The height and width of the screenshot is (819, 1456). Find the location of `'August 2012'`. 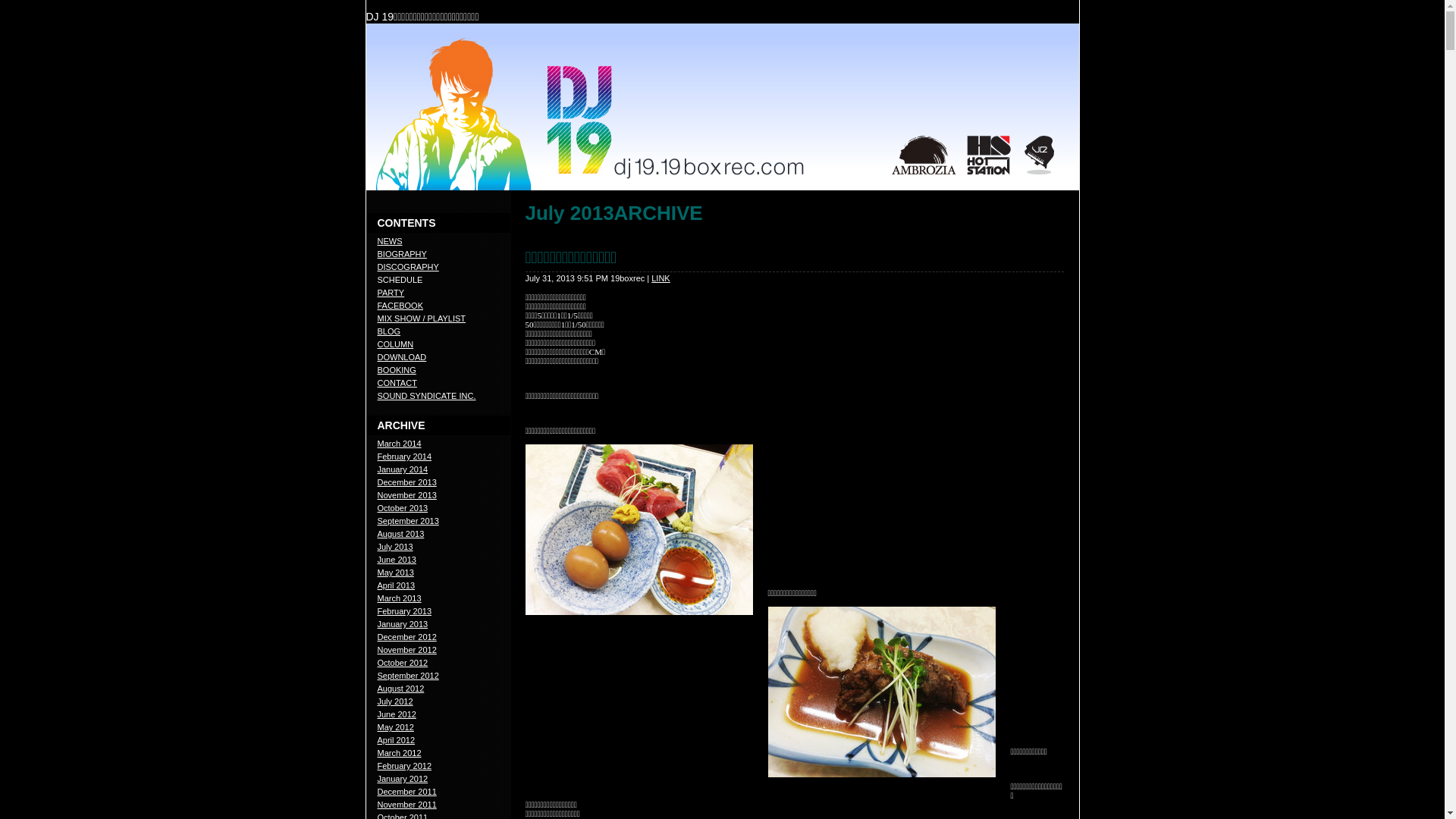

'August 2012' is located at coordinates (378, 688).